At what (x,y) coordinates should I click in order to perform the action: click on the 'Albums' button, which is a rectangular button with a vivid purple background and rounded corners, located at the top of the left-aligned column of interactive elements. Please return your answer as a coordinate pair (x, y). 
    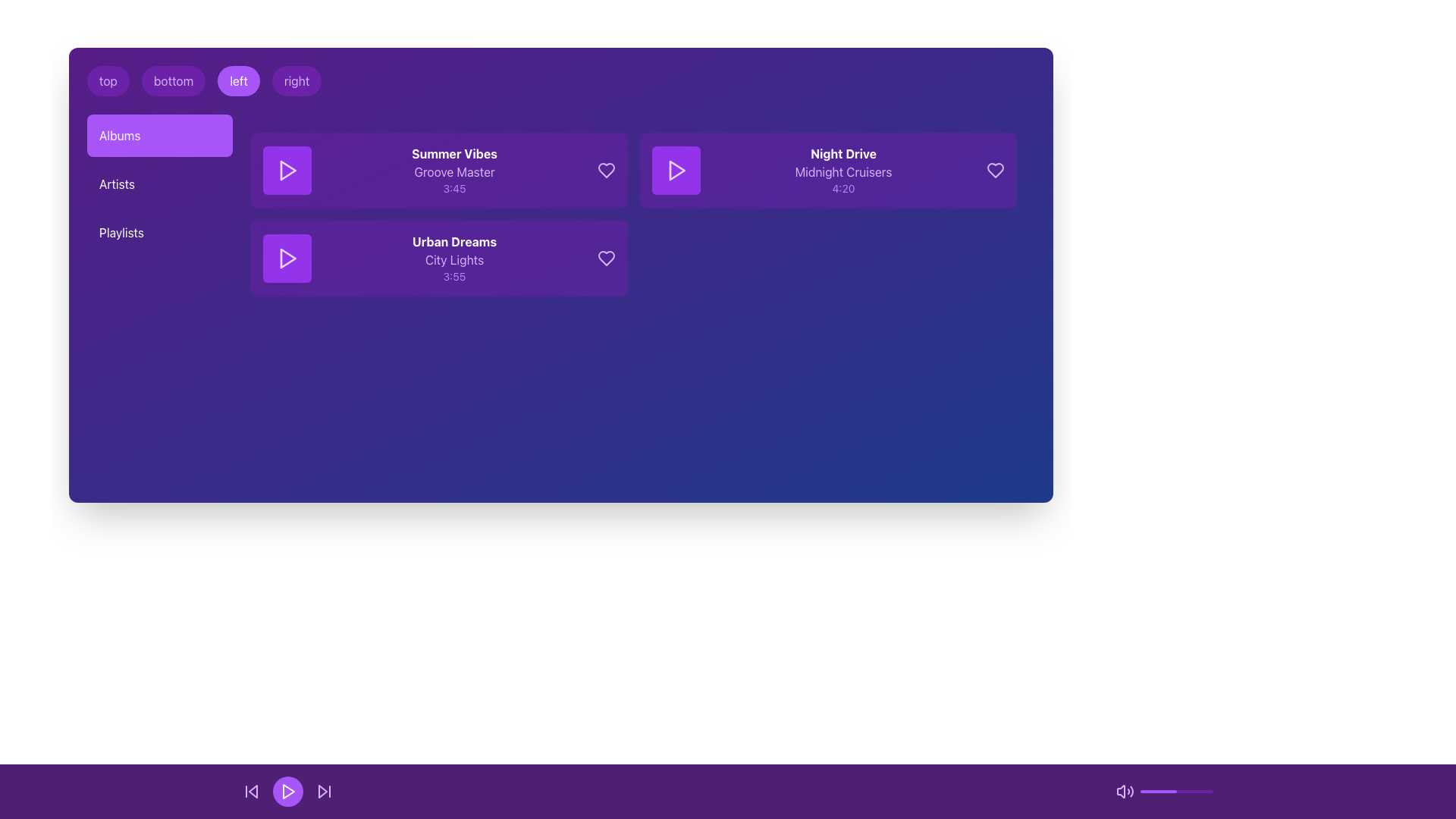
    Looking at the image, I should click on (160, 134).